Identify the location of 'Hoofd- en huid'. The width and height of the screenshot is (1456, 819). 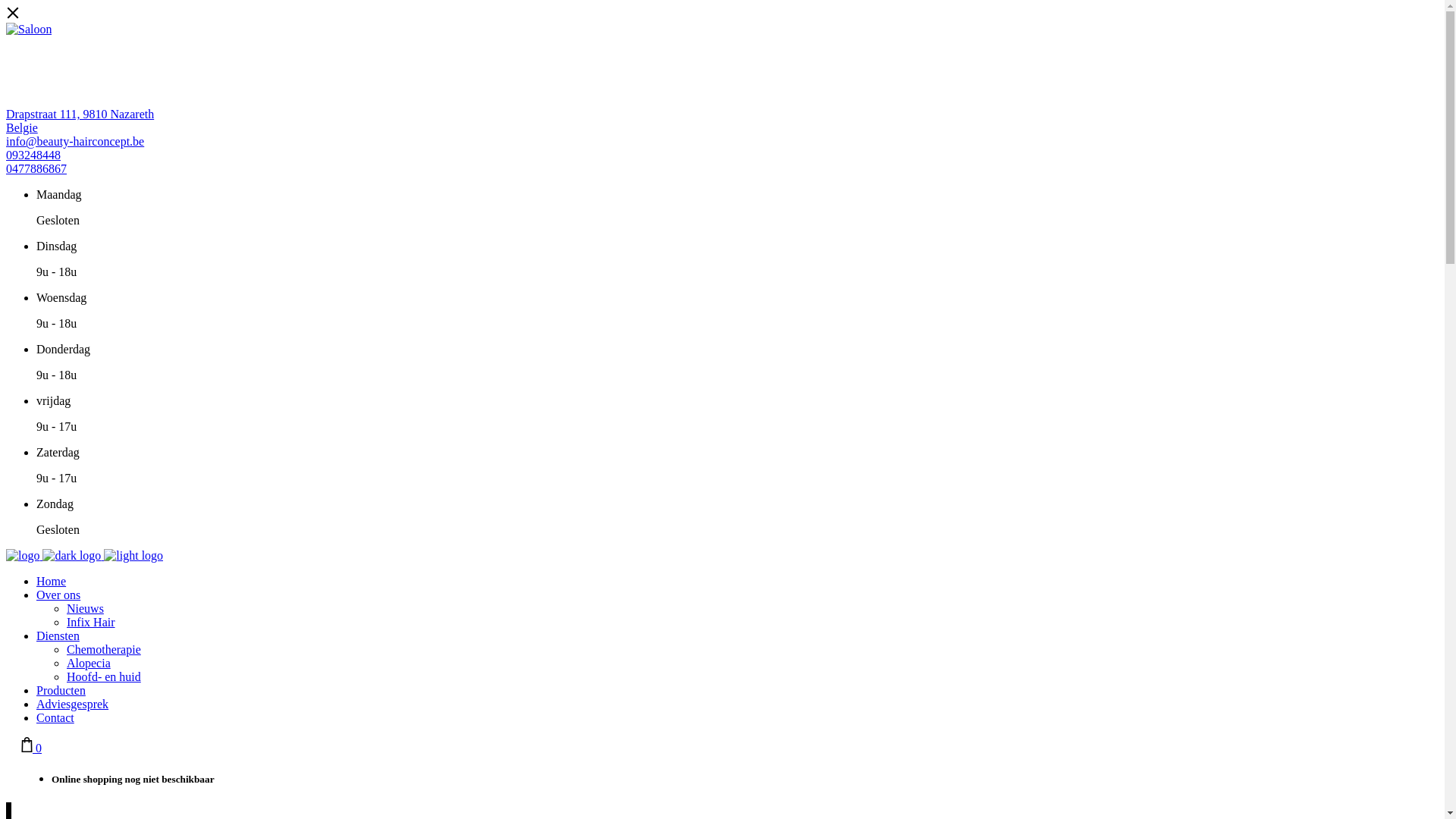
(103, 676).